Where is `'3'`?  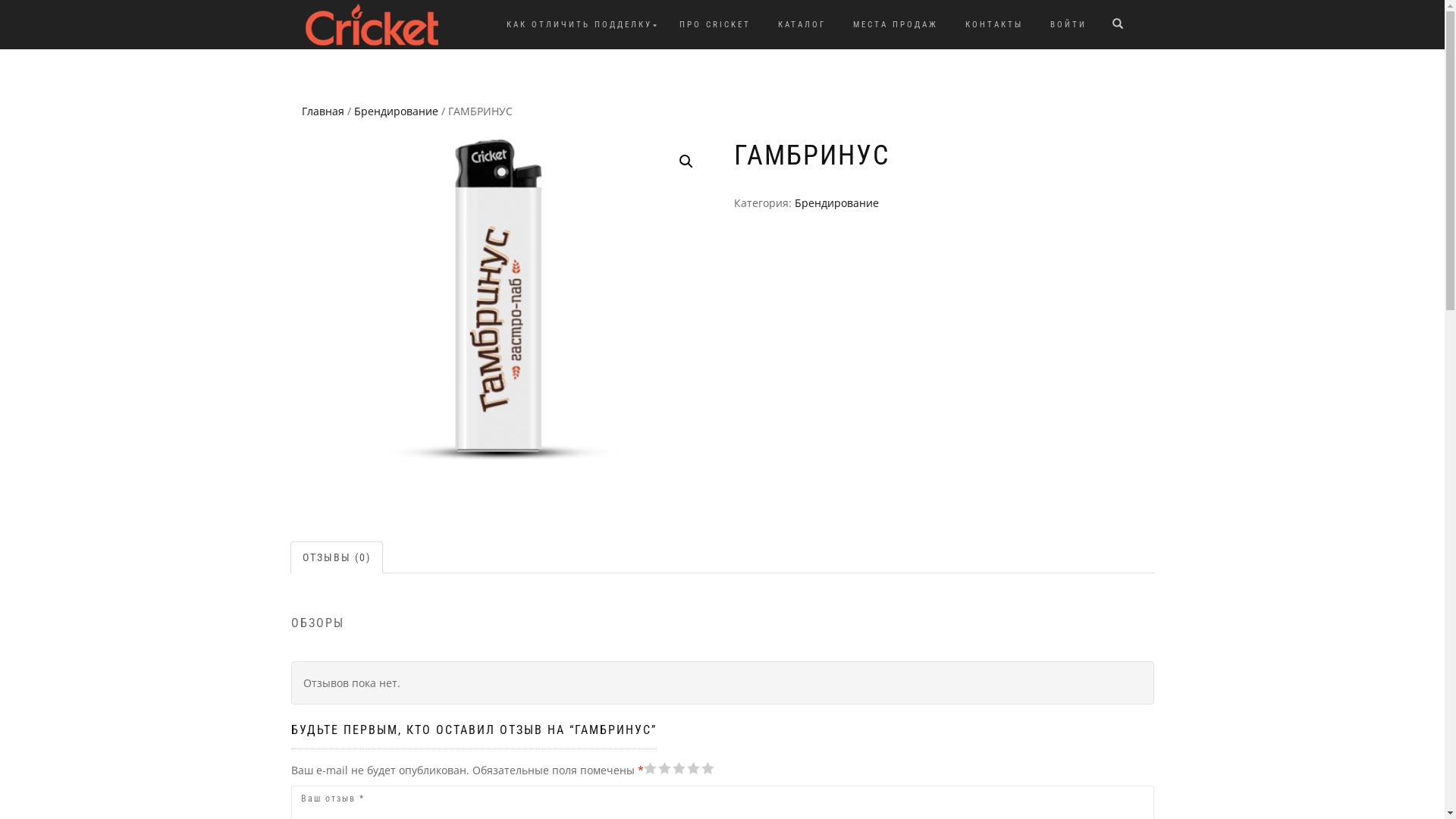
'3' is located at coordinates (663, 768).